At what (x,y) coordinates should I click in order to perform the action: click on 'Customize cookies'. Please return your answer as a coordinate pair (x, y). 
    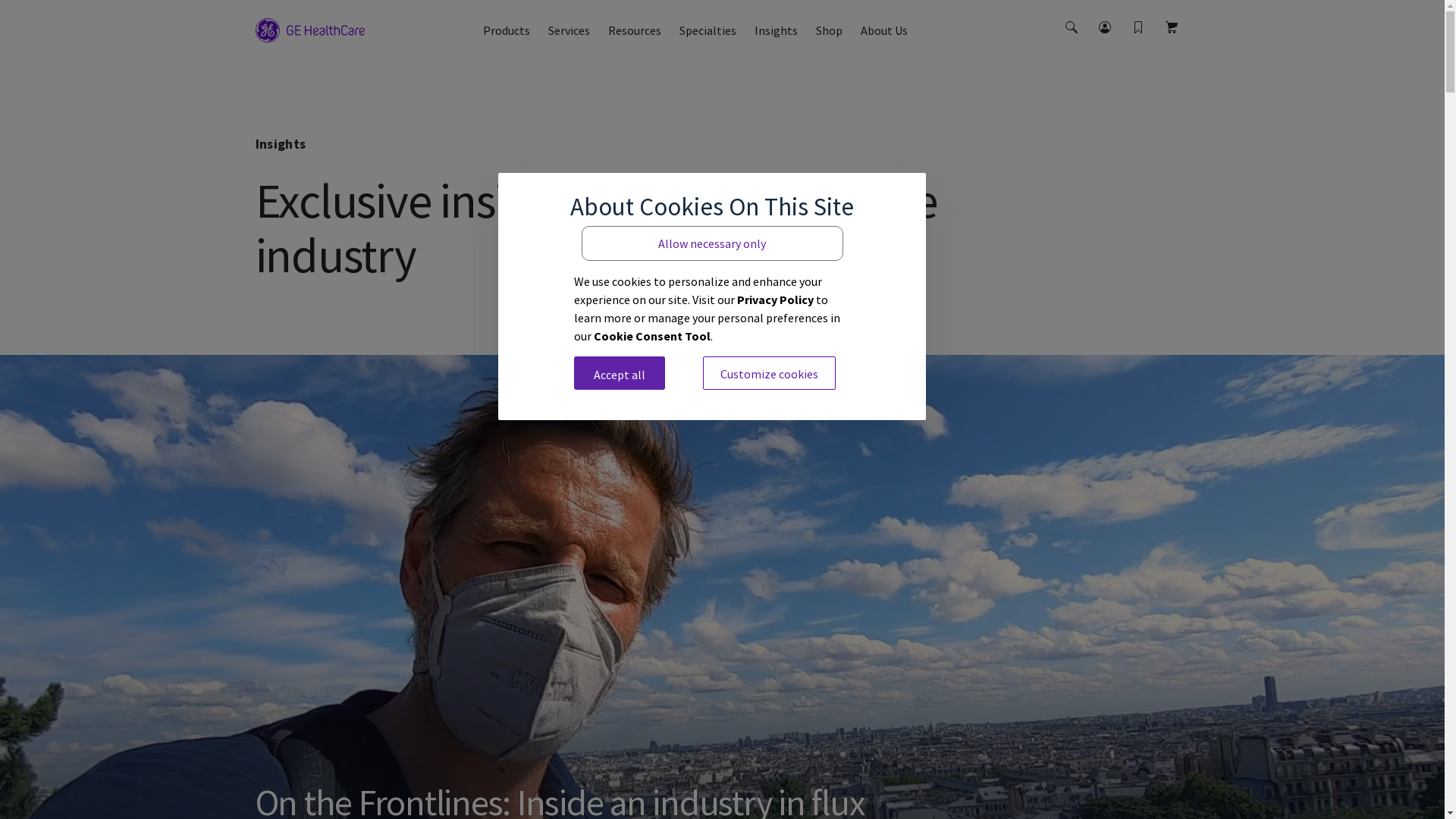
    Looking at the image, I should click on (769, 373).